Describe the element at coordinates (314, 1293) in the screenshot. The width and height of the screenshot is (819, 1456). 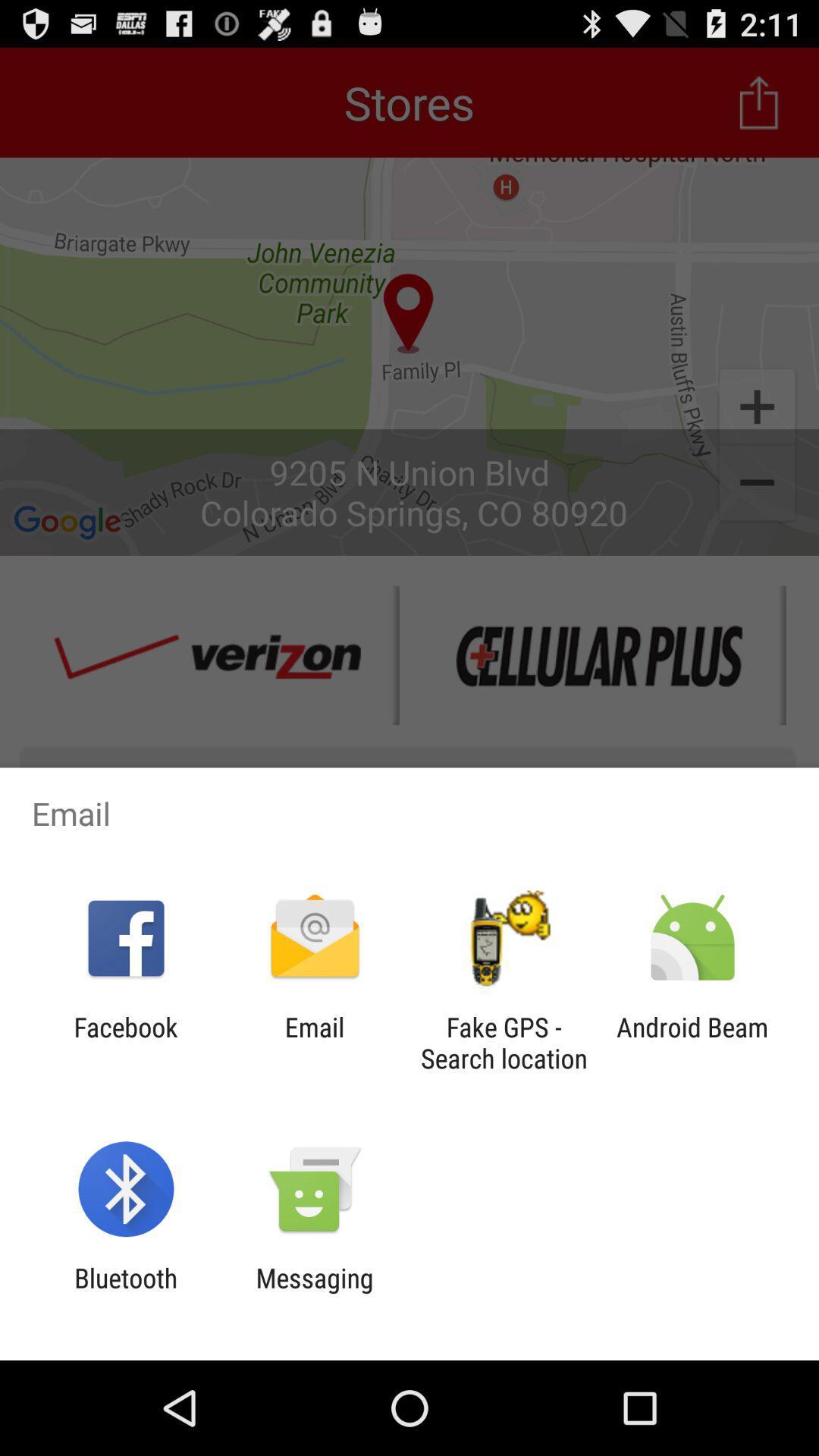
I see `item to the right of bluetooth app` at that location.